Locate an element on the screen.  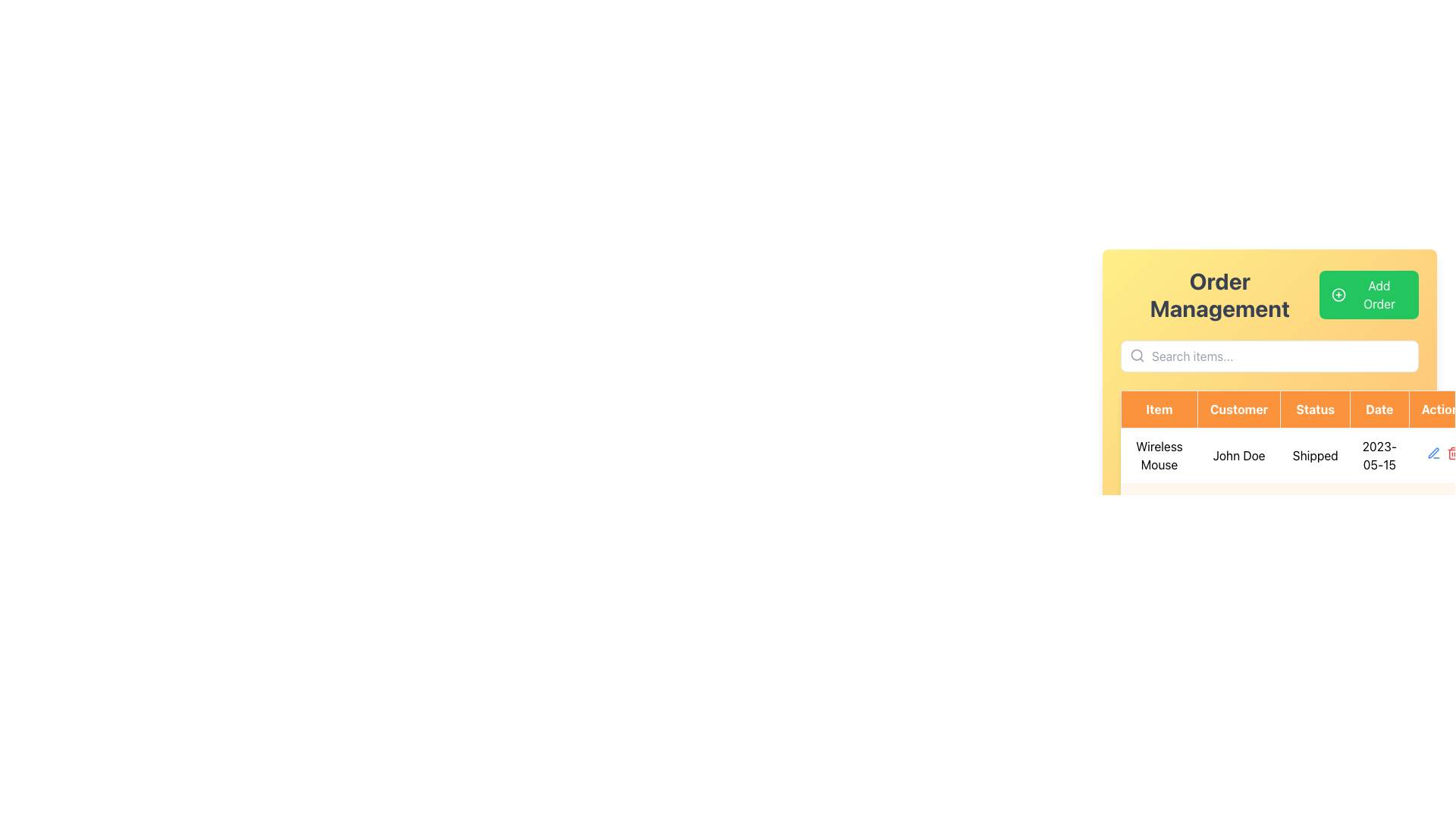
the static text cell displaying 'Shipped' in the 'Status' column of the table, which is positioned between the 'Customer' column and the 'Date' column is located at coordinates (1314, 454).